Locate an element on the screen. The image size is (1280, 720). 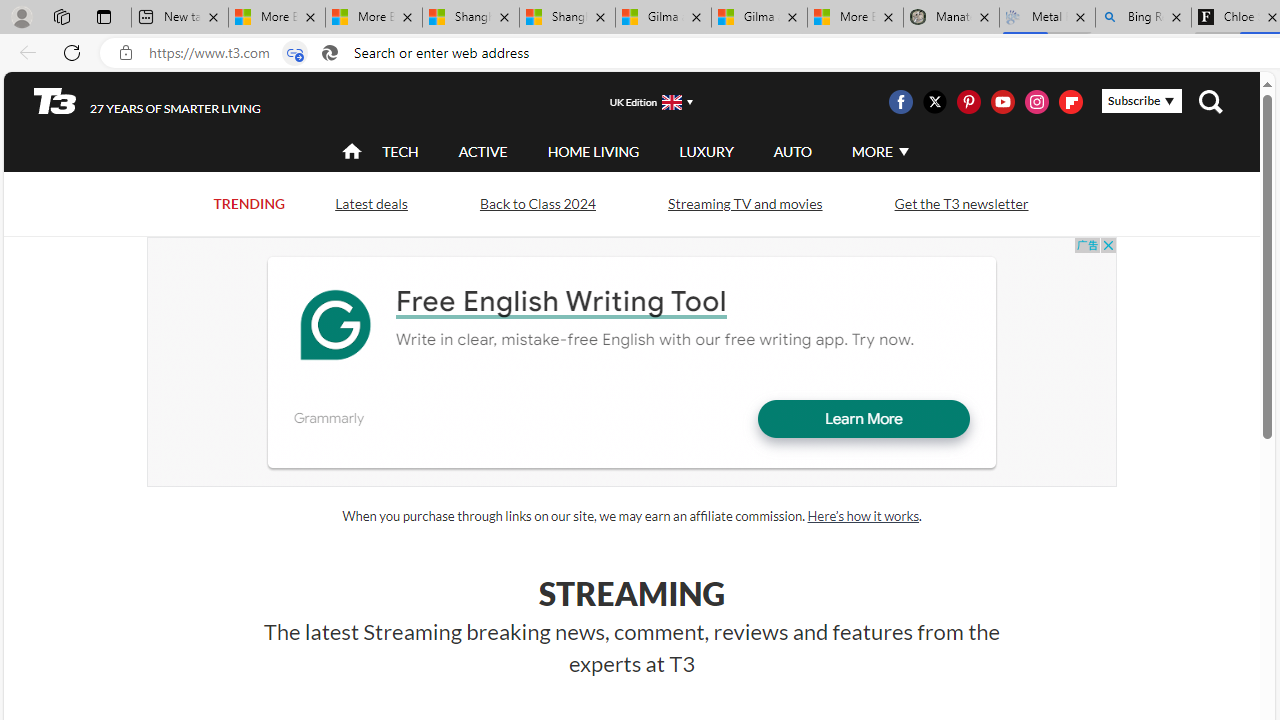
'Class: navigation__item' is located at coordinates (350, 150).